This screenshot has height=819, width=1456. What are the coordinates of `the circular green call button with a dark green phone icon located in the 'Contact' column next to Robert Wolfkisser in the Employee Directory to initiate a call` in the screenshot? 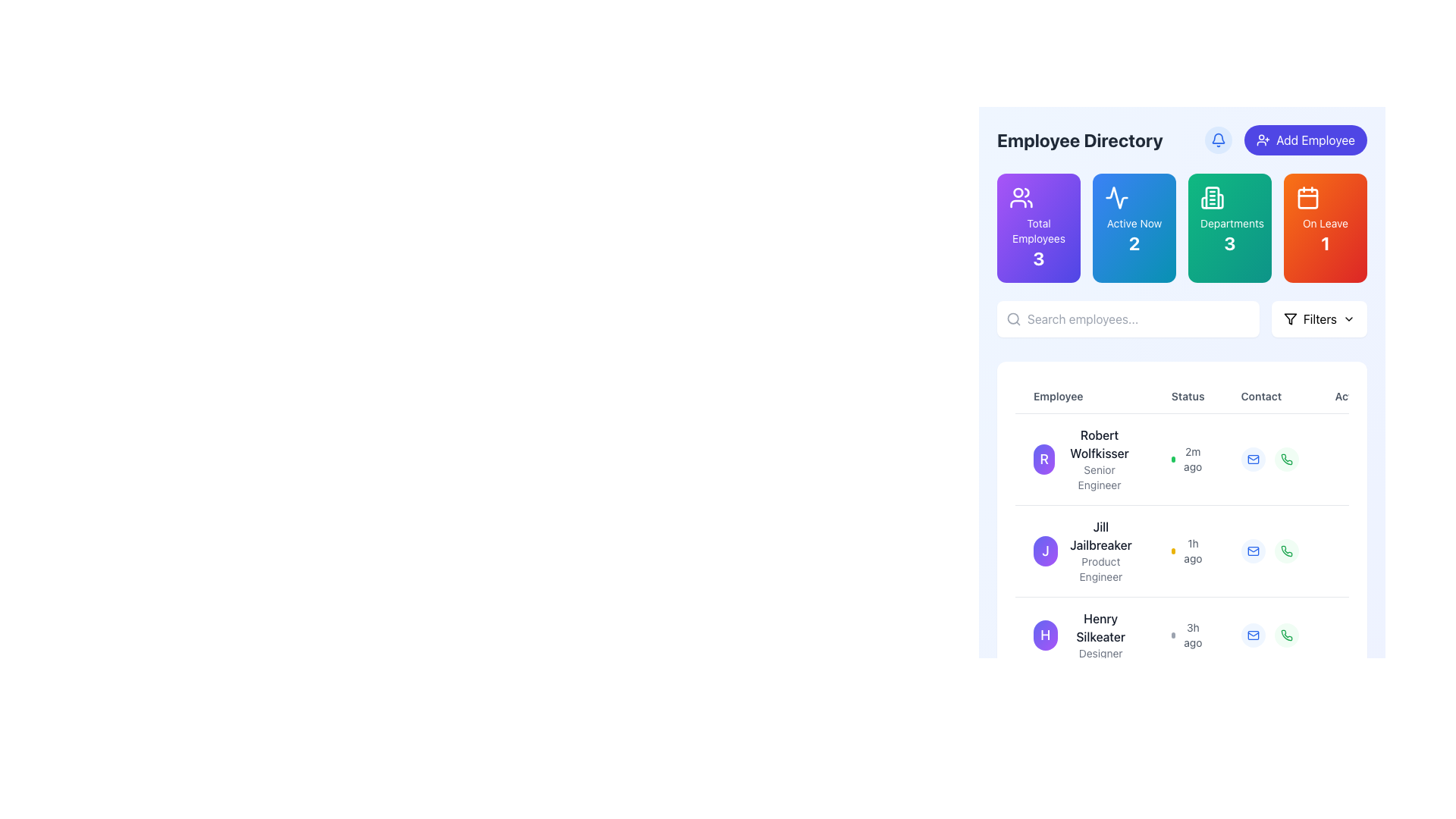 It's located at (1285, 458).